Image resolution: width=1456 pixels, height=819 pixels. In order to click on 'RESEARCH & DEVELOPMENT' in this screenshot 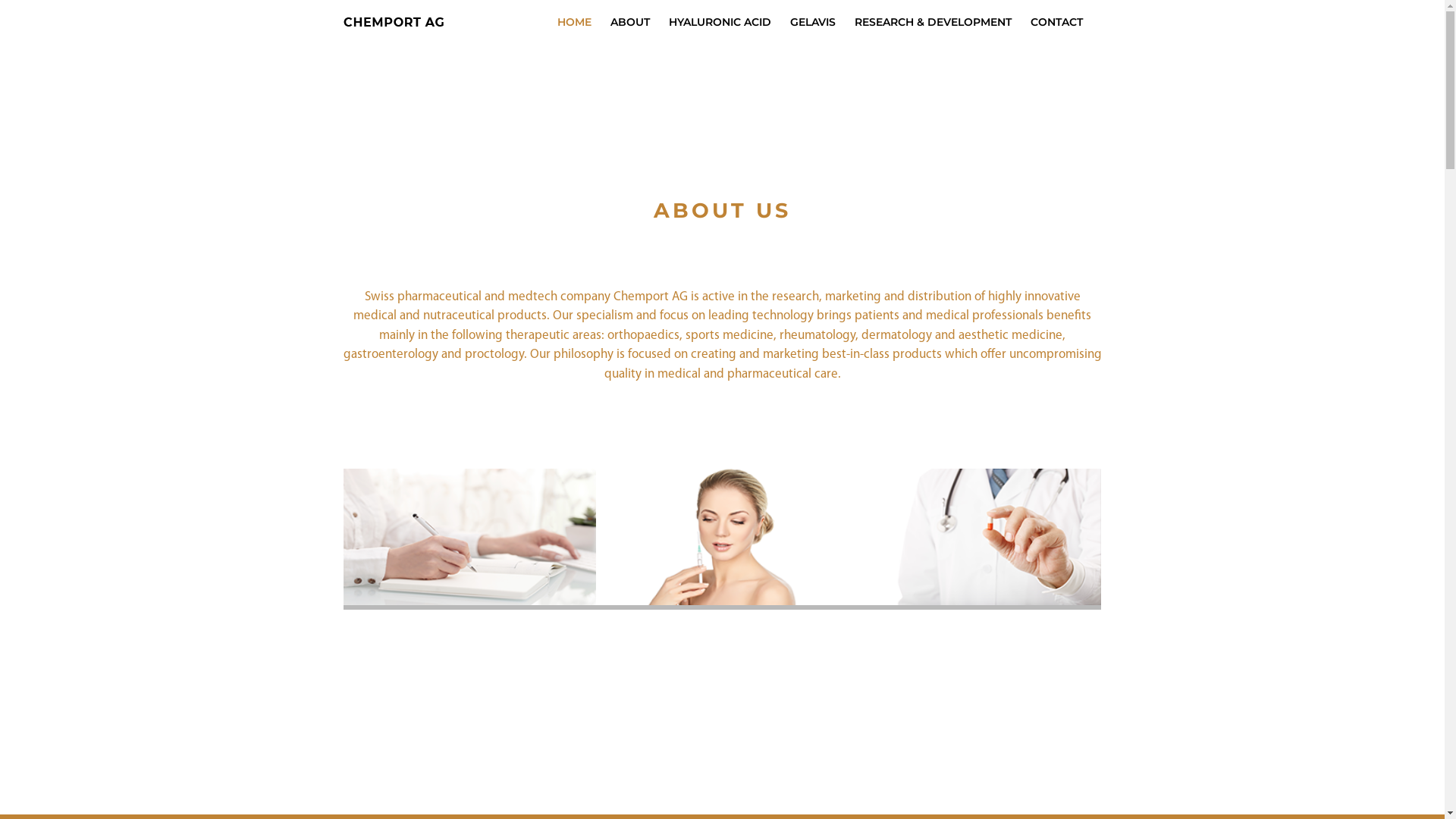, I will do `click(931, 22)`.